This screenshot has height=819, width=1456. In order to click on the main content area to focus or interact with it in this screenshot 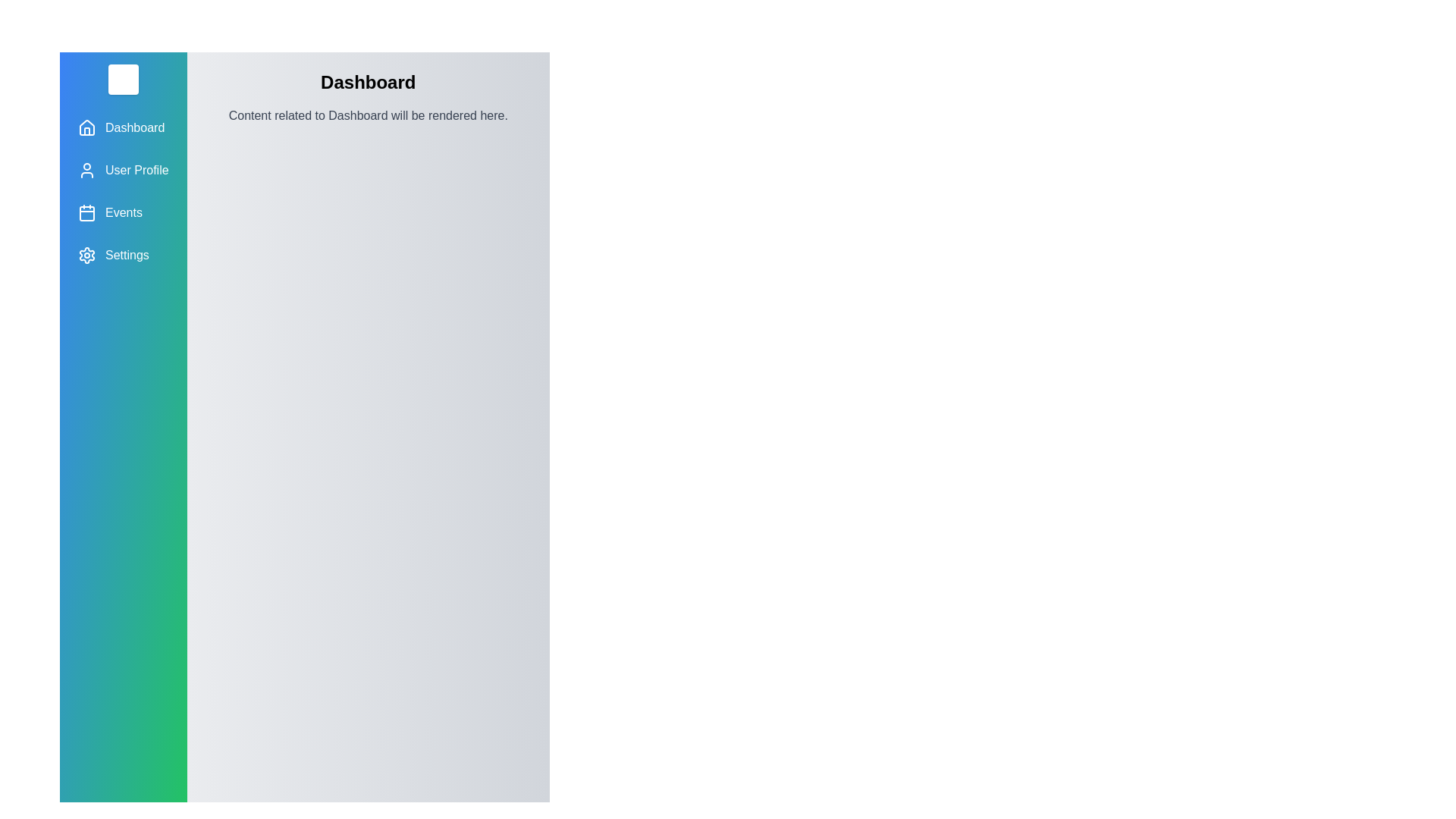, I will do `click(367, 461)`.